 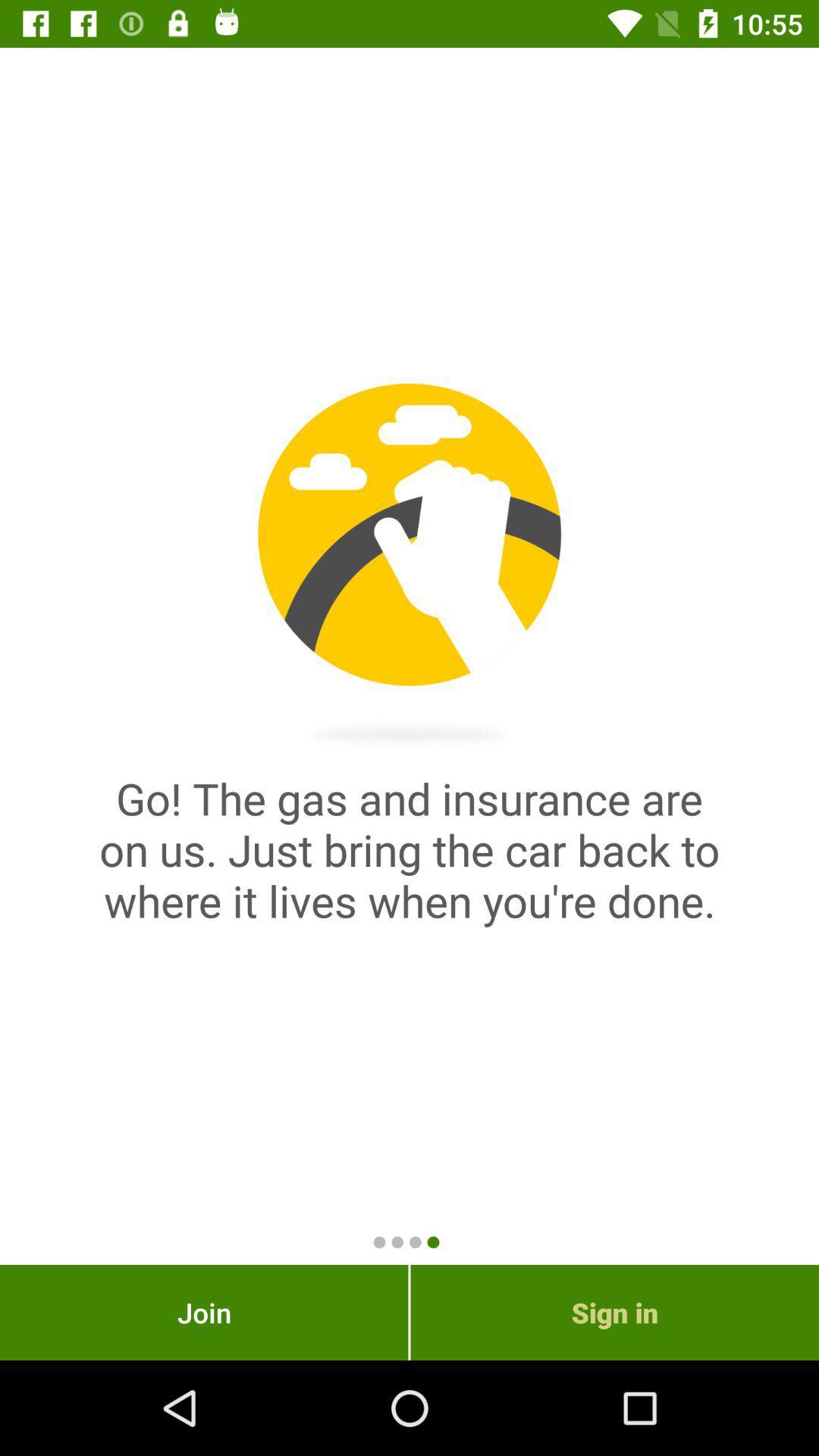 I want to click on the join icon, so click(x=203, y=1312).